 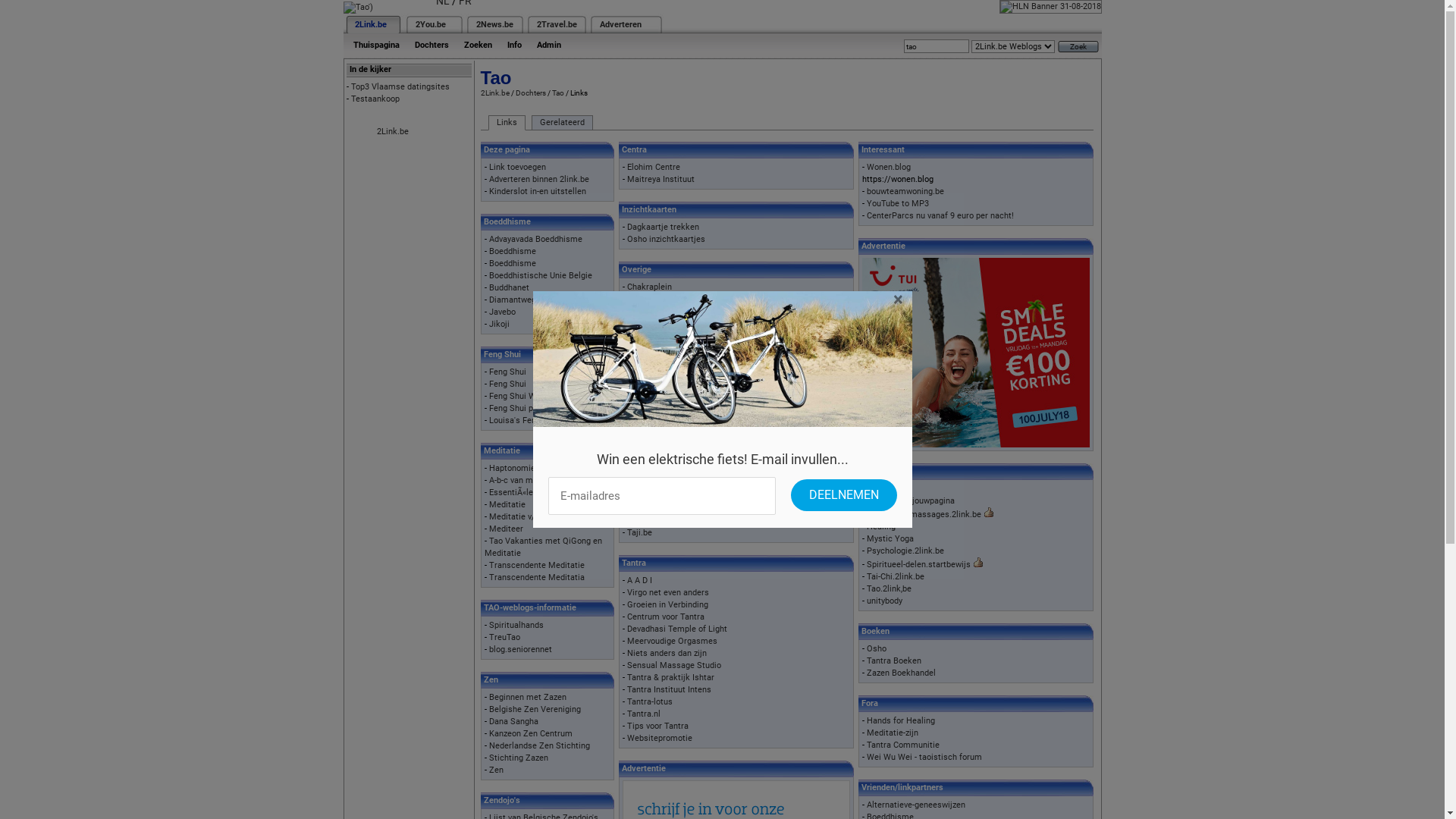 What do you see at coordinates (488, 167) in the screenshot?
I see `'Link toevoegen'` at bounding box center [488, 167].